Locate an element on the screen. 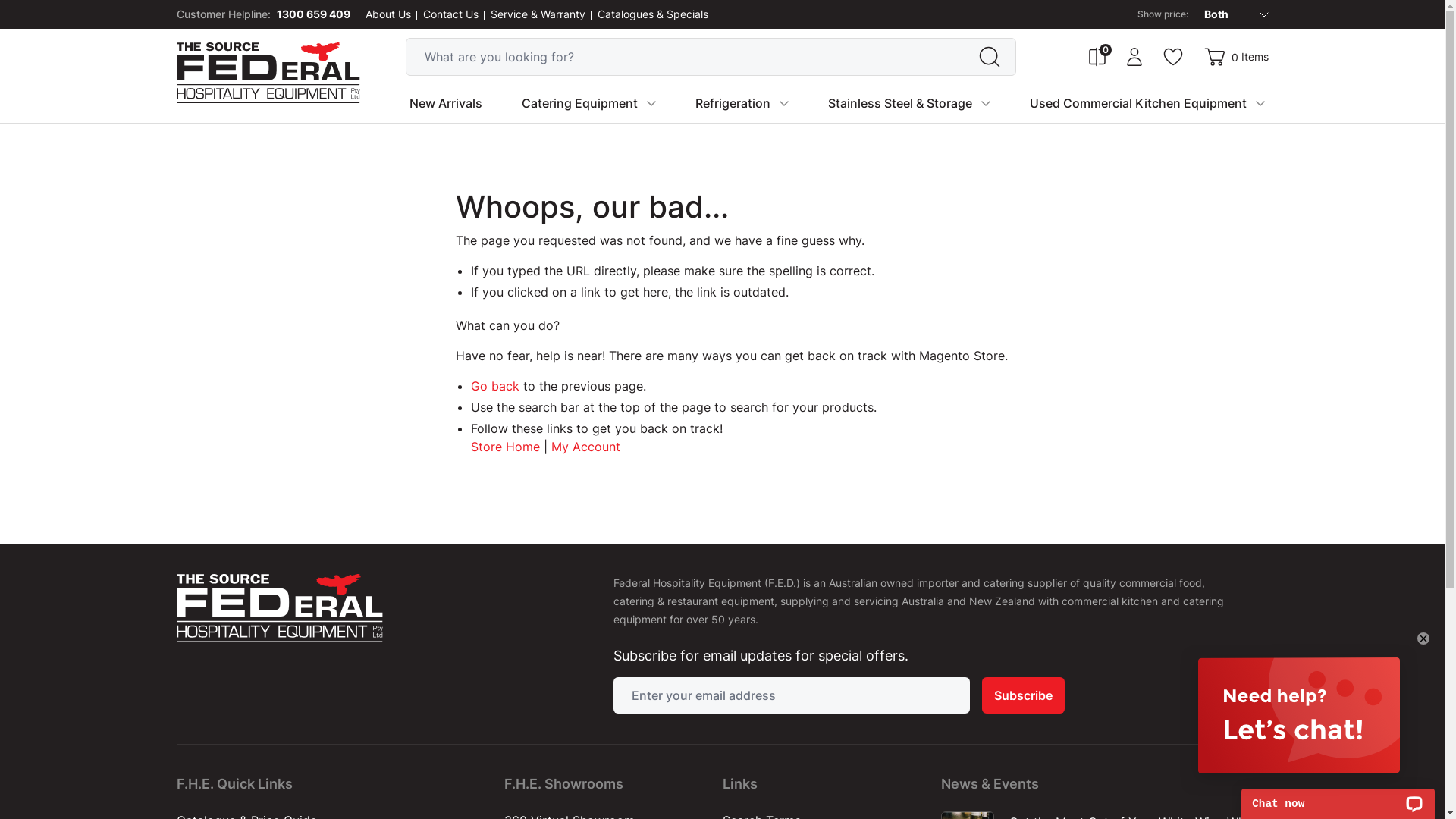 This screenshot has height=819, width=1456. 'Search' is located at coordinates (990, 55).